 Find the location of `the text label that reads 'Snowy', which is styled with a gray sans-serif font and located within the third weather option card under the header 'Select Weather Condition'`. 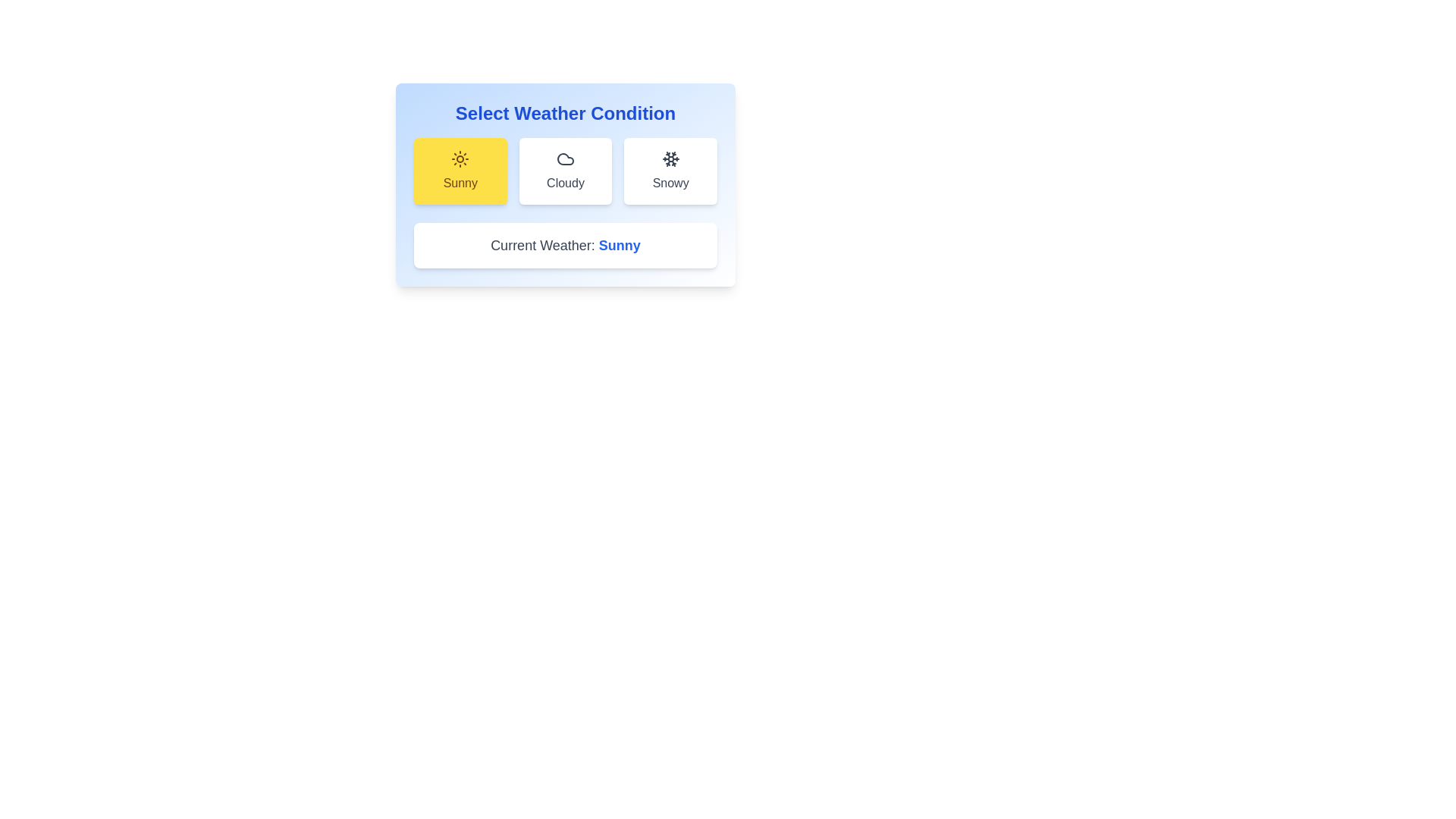

the text label that reads 'Snowy', which is styled with a gray sans-serif font and located within the third weather option card under the header 'Select Weather Condition' is located at coordinates (670, 183).